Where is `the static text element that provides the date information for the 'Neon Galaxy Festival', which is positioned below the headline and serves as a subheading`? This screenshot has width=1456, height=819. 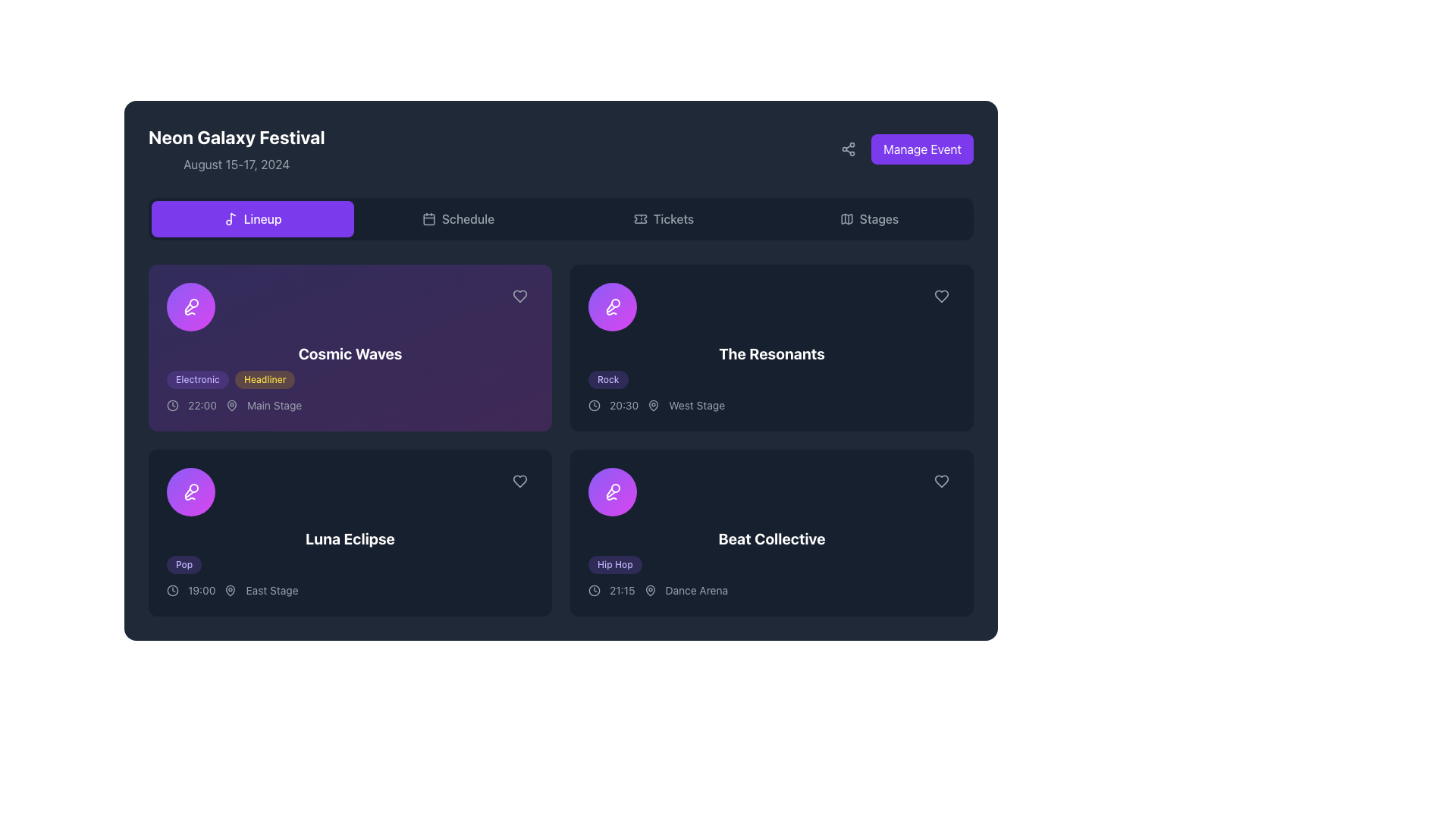
the static text element that provides the date information for the 'Neon Galaxy Festival', which is positioned below the headline and serves as a subheading is located at coordinates (236, 164).